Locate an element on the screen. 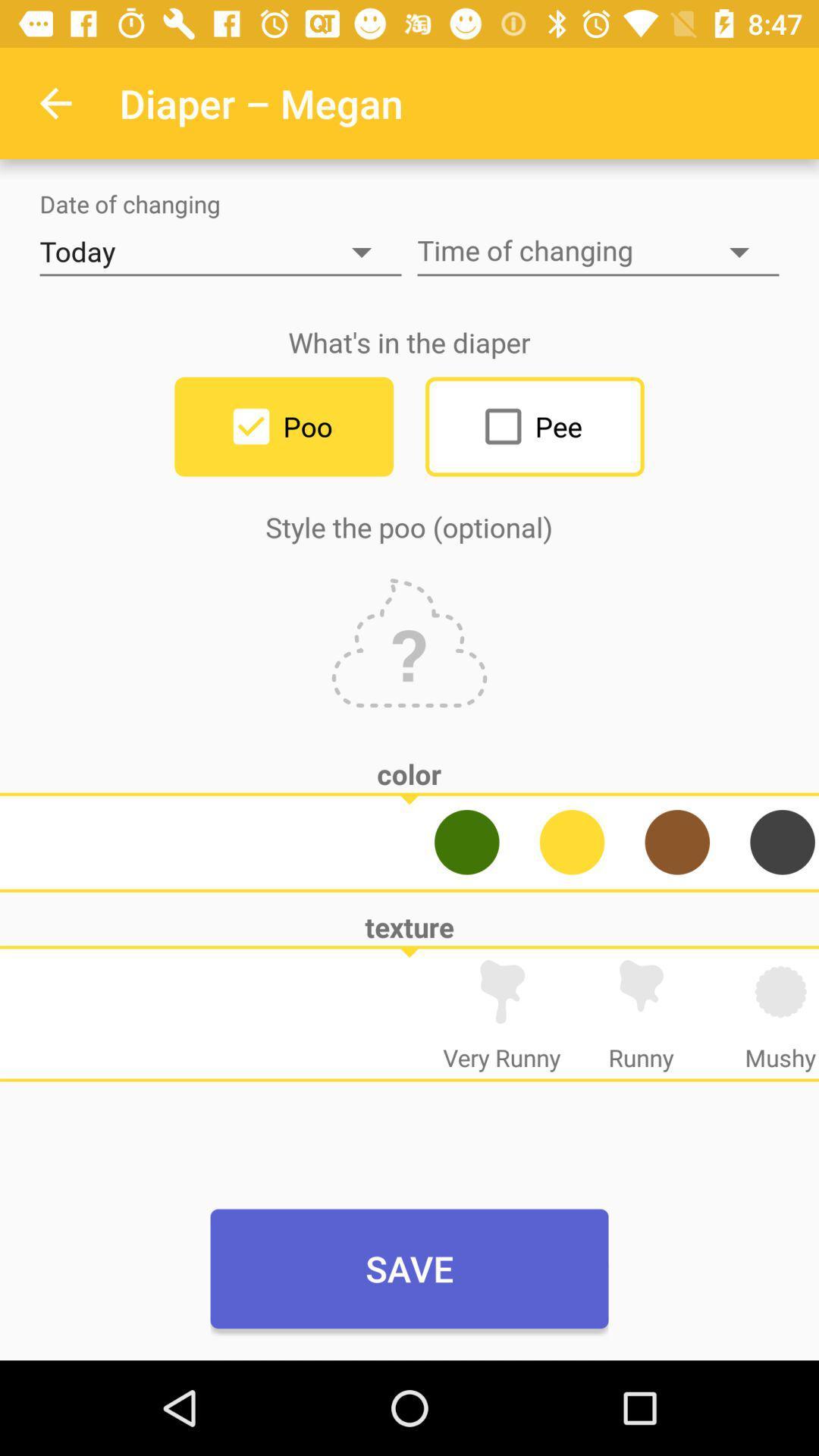 The height and width of the screenshot is (1456, 819). color green is located at coordinates (466, 841).